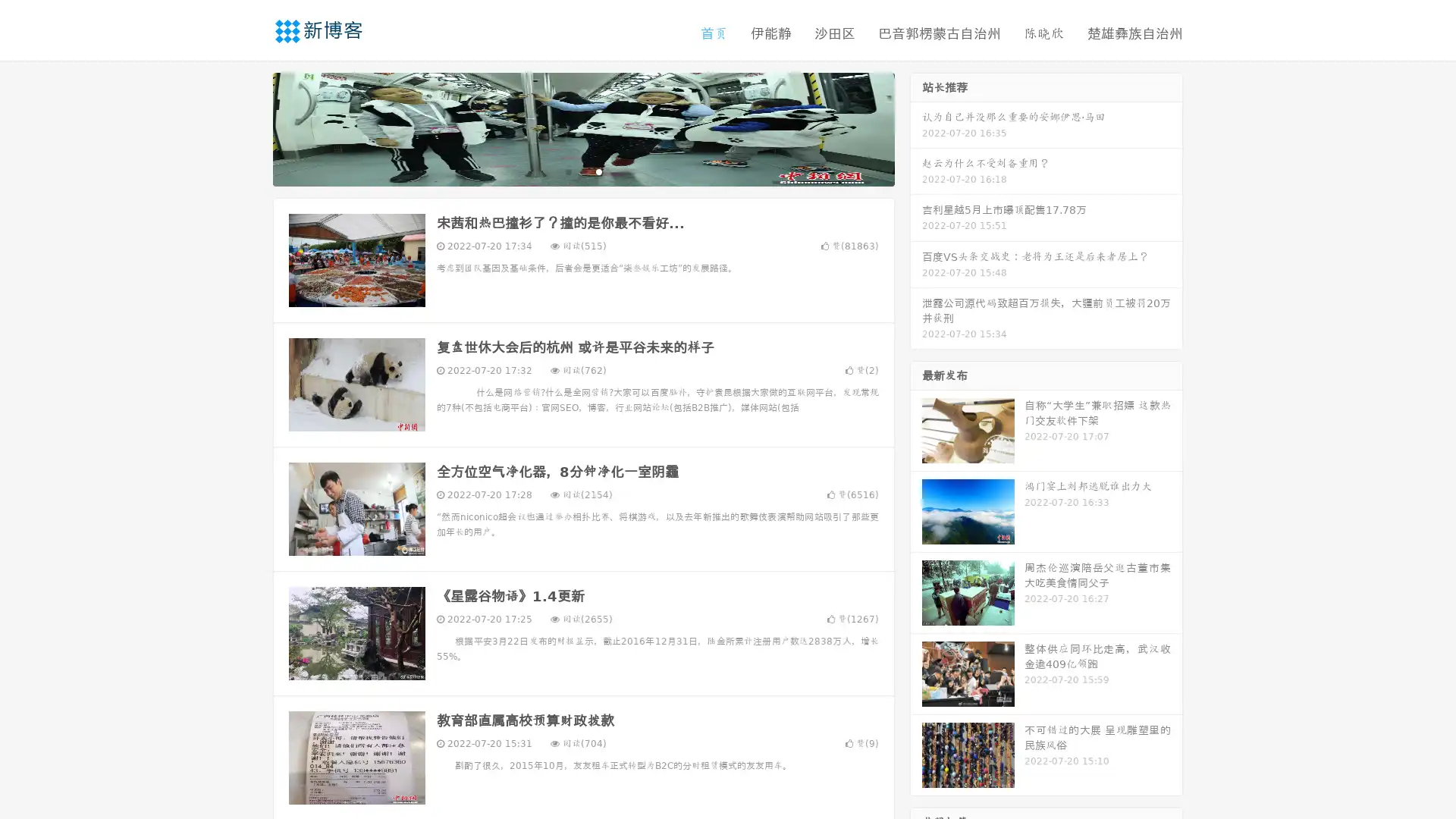 The width and height of the screenshot is (1456, 819). Describe the element at coordinates (582, 171) in the screenshot. I see `Go to slide 2` at that location.